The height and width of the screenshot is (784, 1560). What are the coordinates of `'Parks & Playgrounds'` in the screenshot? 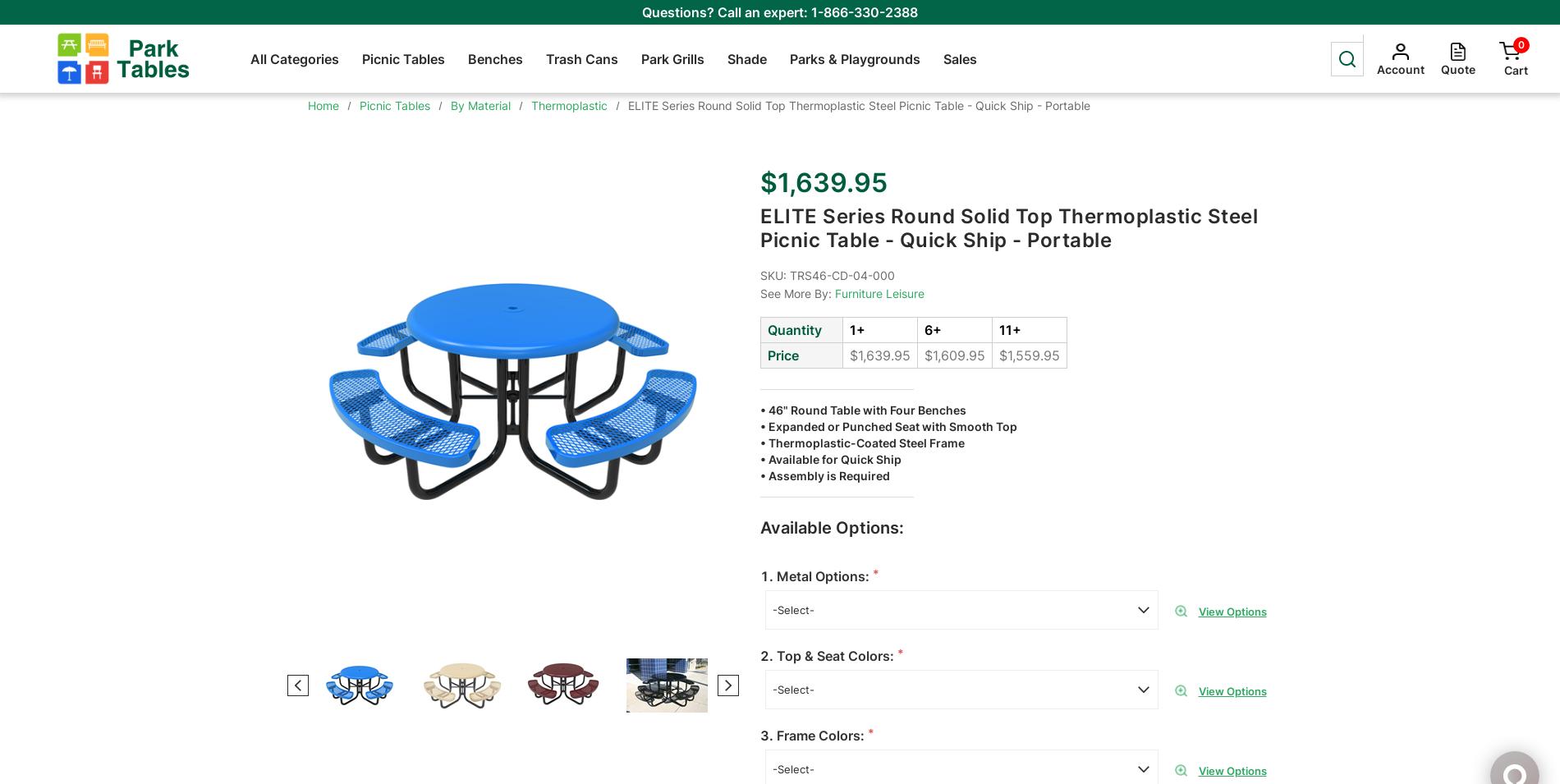 It's located at (854, 57).